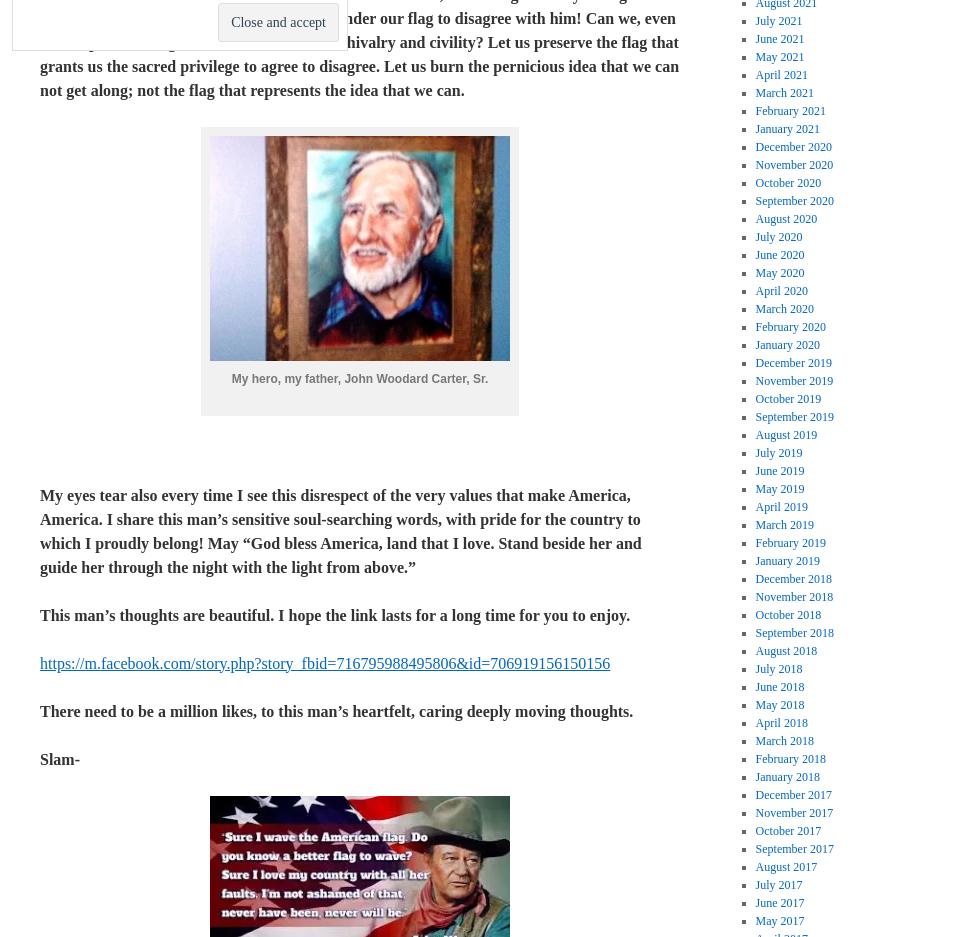 The height and width of the screenshot is (937, 980). I want to click on 'March 2021', so click(784, 92).